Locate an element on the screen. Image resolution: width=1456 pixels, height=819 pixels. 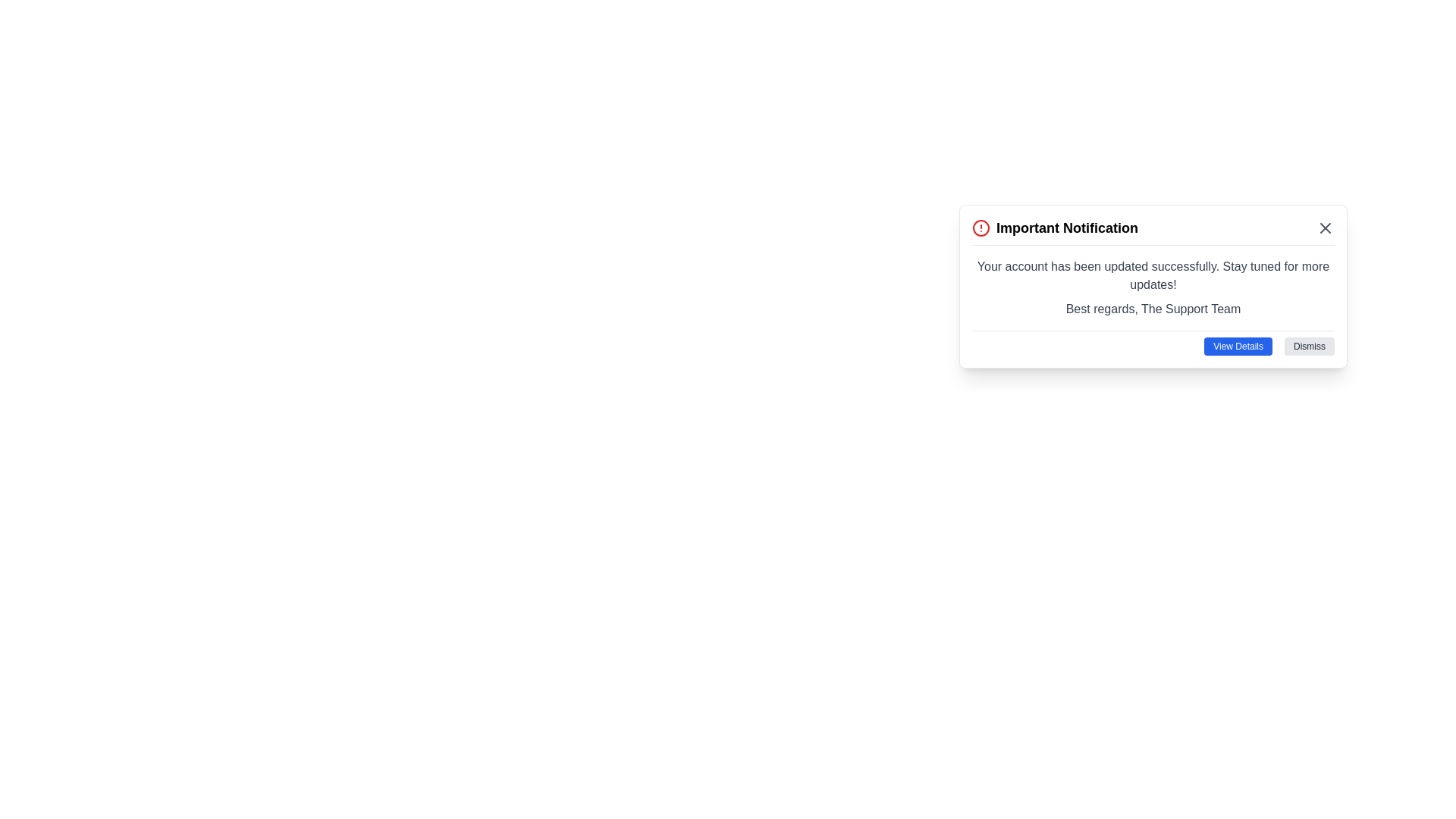
the dismiss button located at the bottom-right of the notification modal is located at coordinates (1309, 346).